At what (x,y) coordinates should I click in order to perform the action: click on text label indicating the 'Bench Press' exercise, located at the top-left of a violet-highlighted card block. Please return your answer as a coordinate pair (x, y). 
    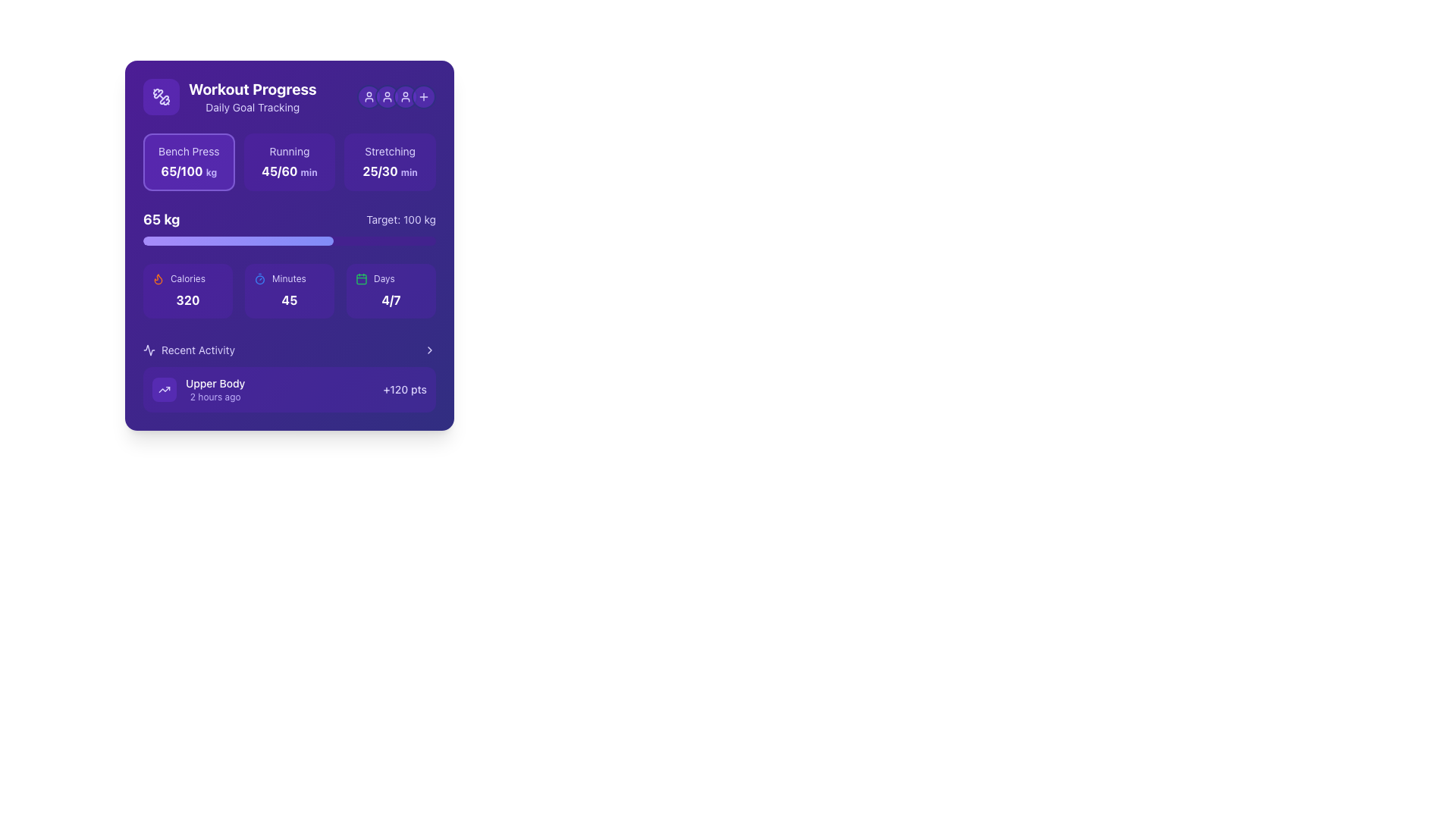
    Looking at the image, I should click on (188, 152).